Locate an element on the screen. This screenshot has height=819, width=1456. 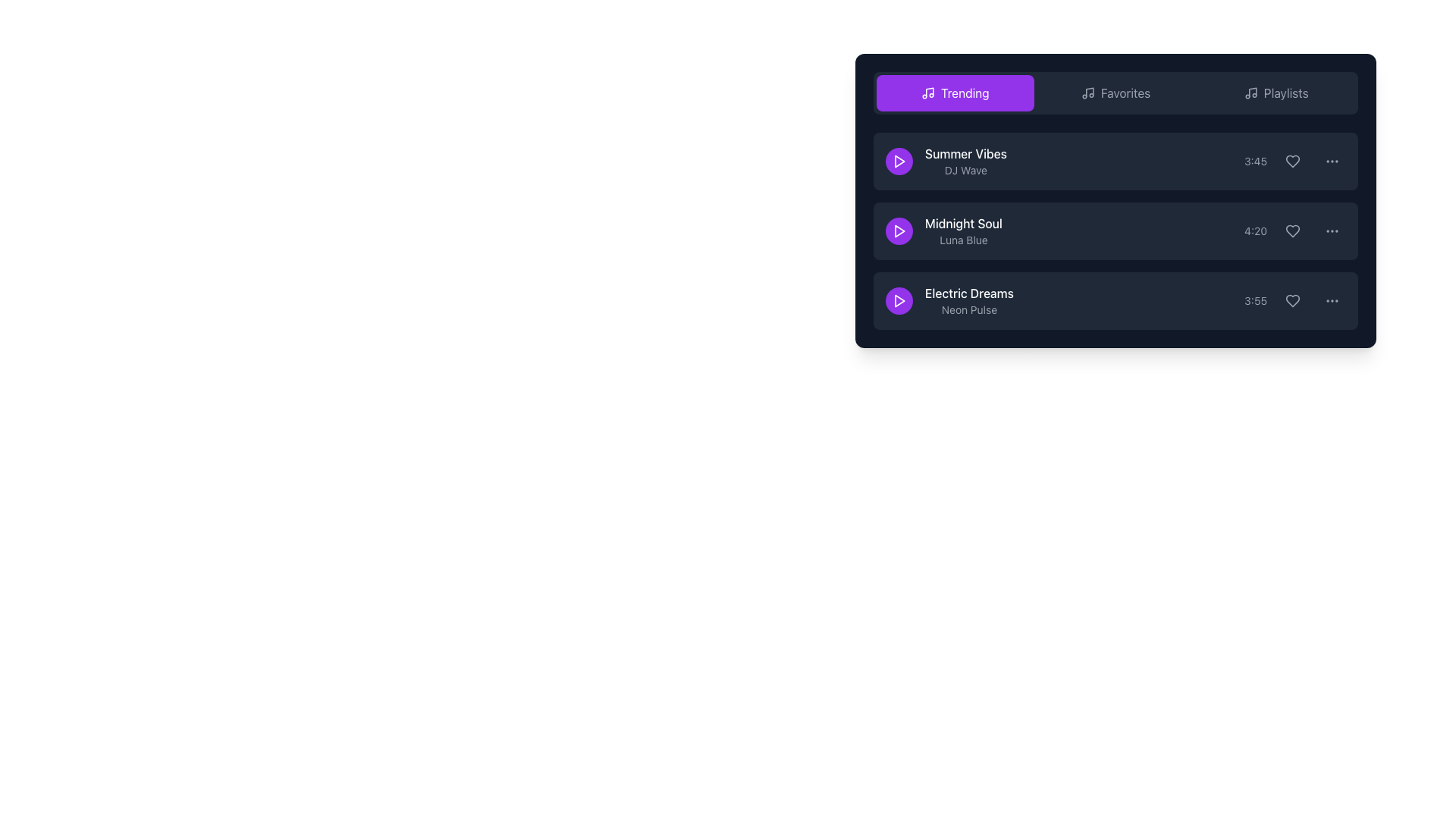
the list item displaying 'Midnight Soul' to play the track, located under 'Summer Vibes' and above 'Electric Dreams' in the 'Trending' section is located at coordinates (1116, 239).